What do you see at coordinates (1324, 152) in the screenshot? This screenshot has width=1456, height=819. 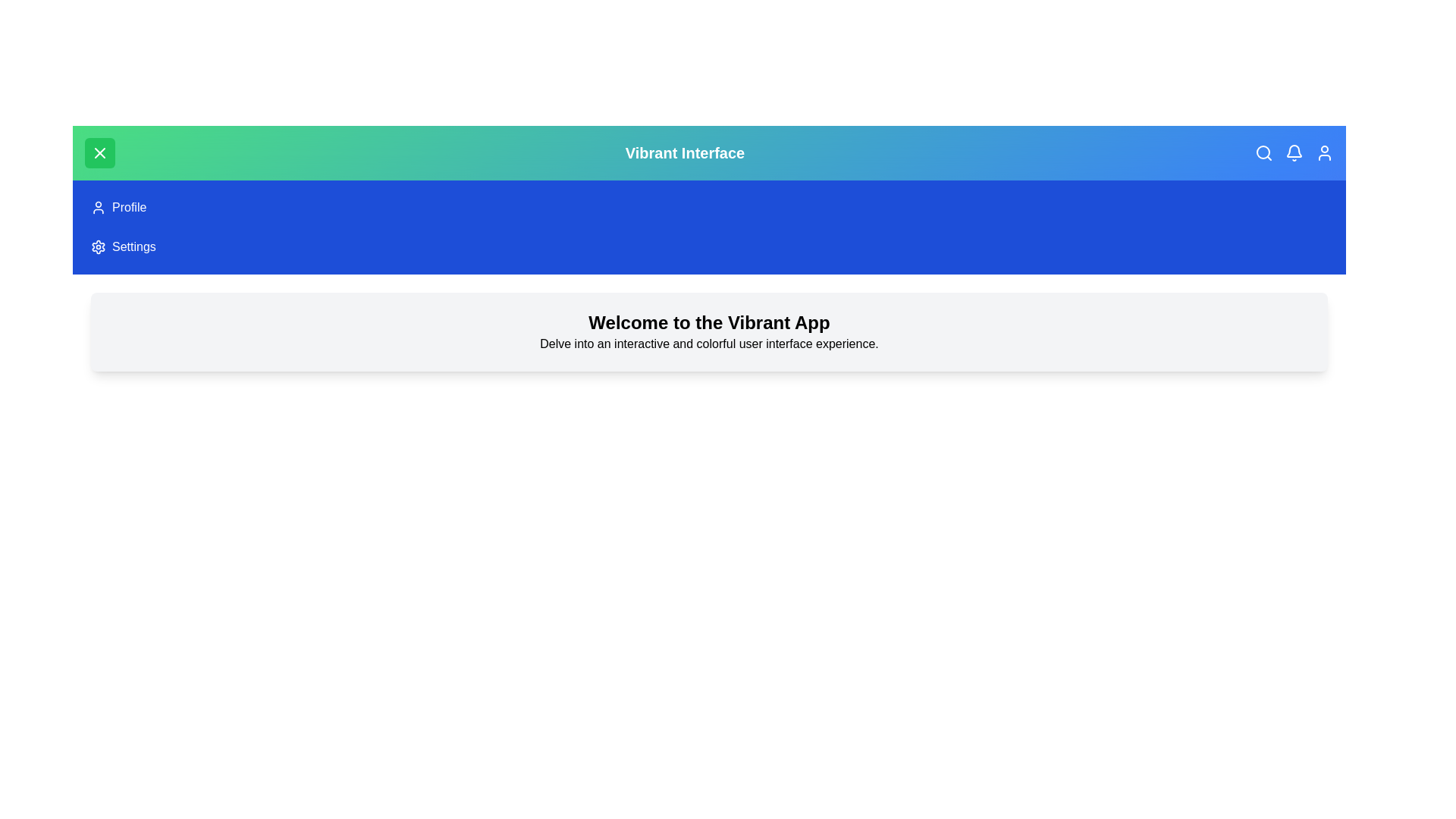 I see `the user icon in the top-right corner of the app bar` at bounding box center [1324, 152].